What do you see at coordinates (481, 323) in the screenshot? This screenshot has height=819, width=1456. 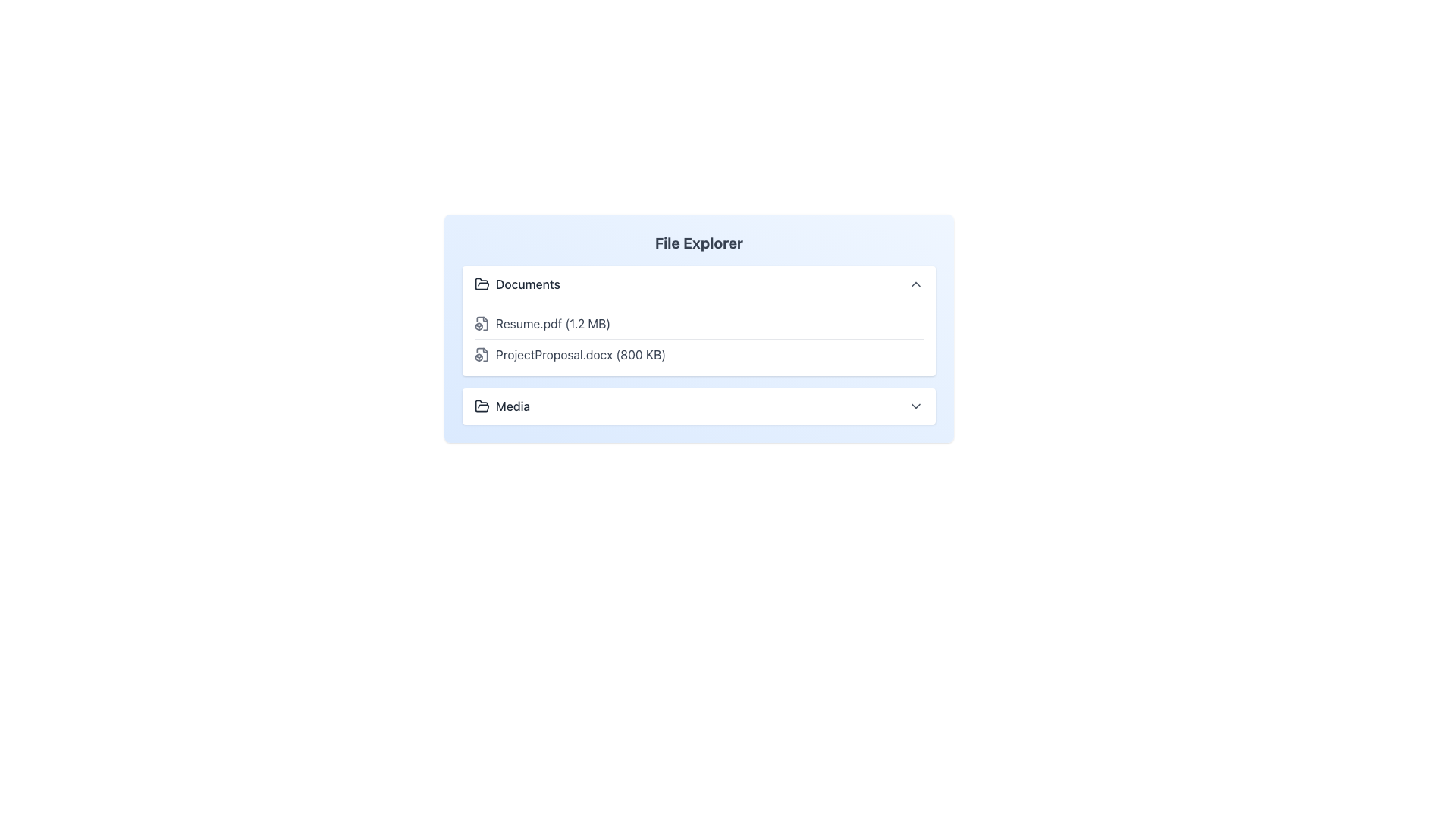 I see `the file type icon representing 'Resume.pdf (1.2 MB)' which is positioned to the left of the text in the Documents folder` at bounding box center [481, 323].